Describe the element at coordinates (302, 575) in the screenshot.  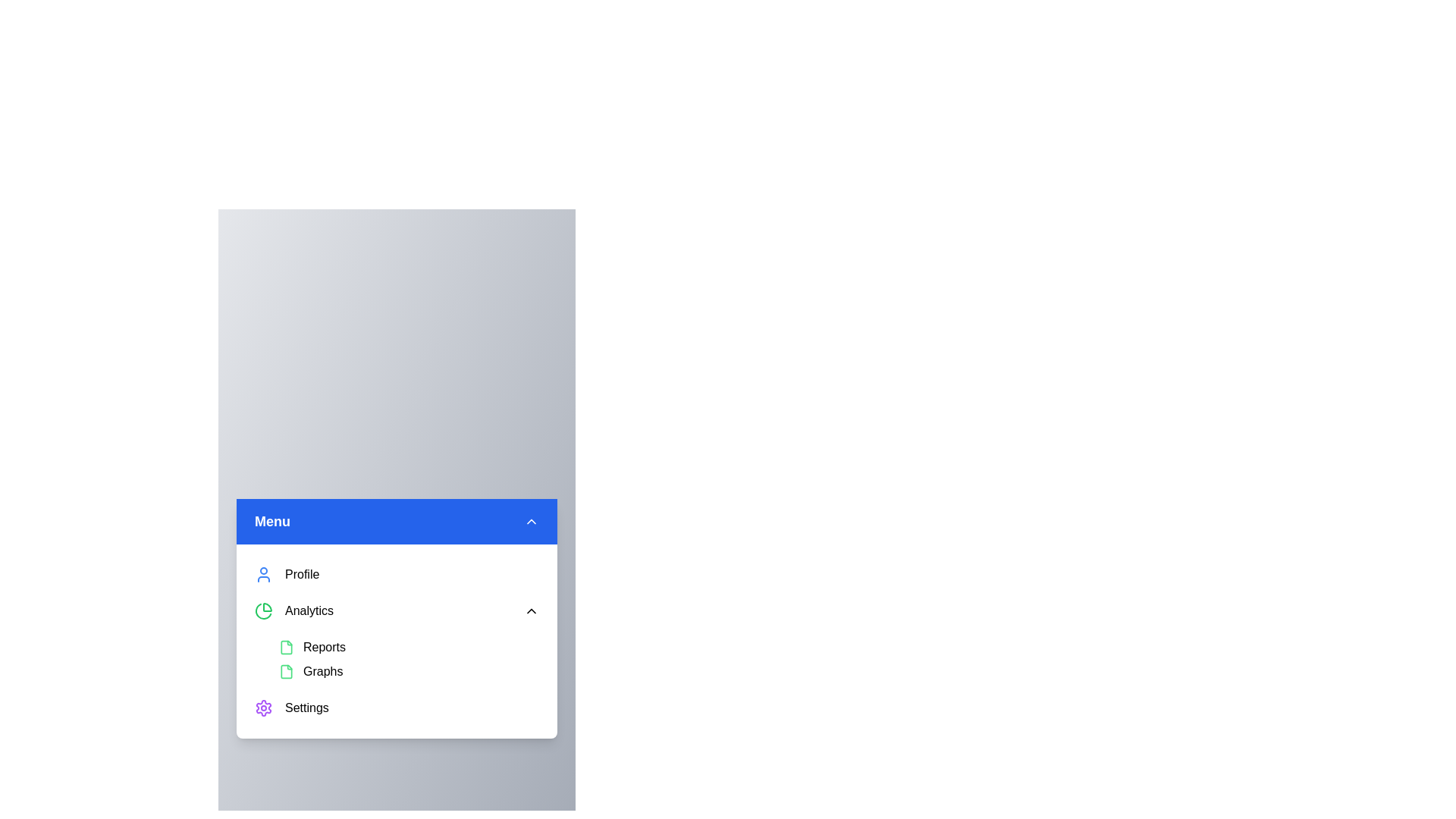
I see `the 'Profile' text label in the navigation menu, which is displayed in black font and positioned to the right of a blue user icon` at that location.